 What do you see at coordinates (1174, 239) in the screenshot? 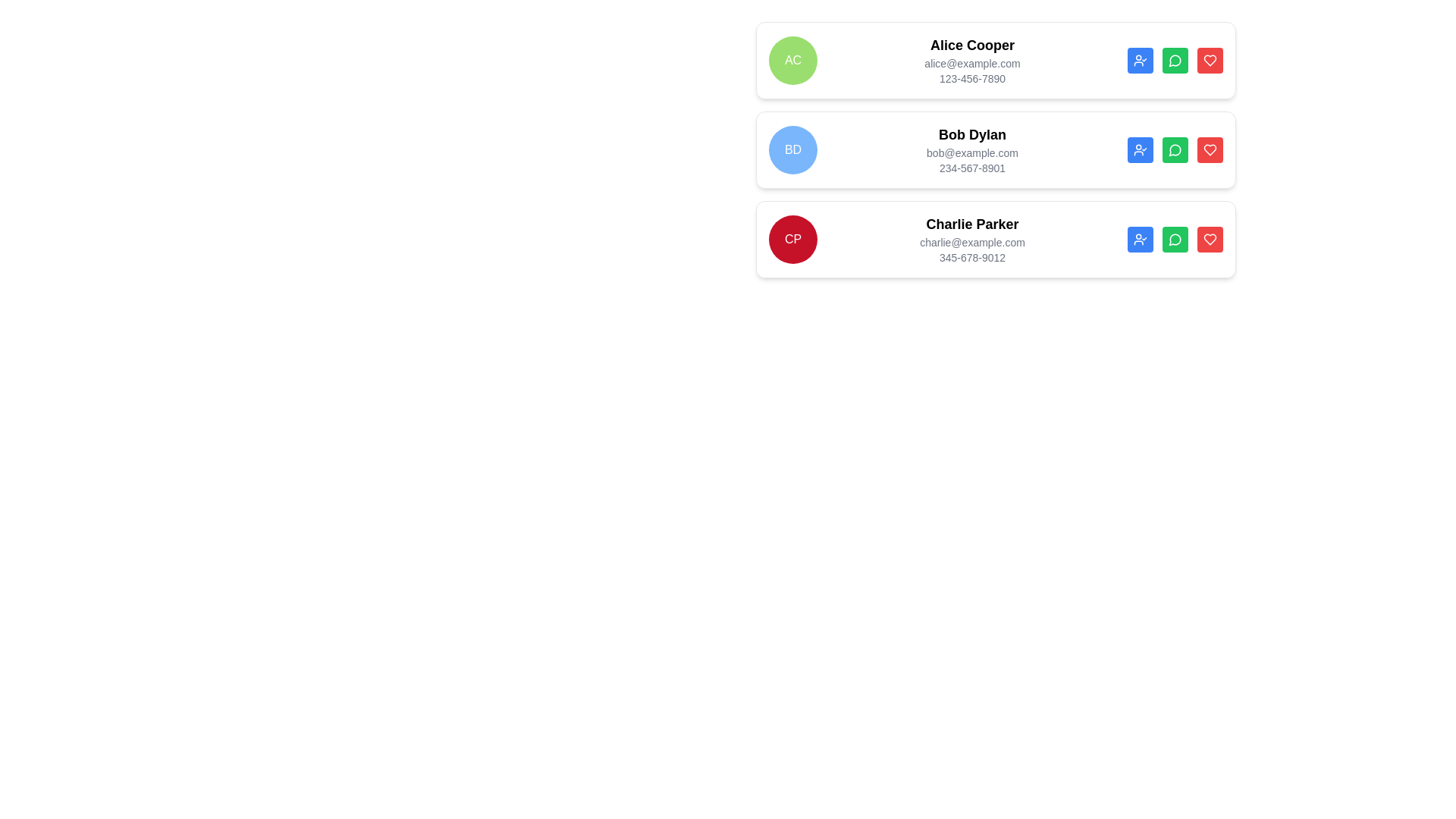
I see `the green circular icon with a speech bubble symbol to initiate a message, located in the middle of three action buttons associated with Alice Cooper` at bounding box center [1174, 239].